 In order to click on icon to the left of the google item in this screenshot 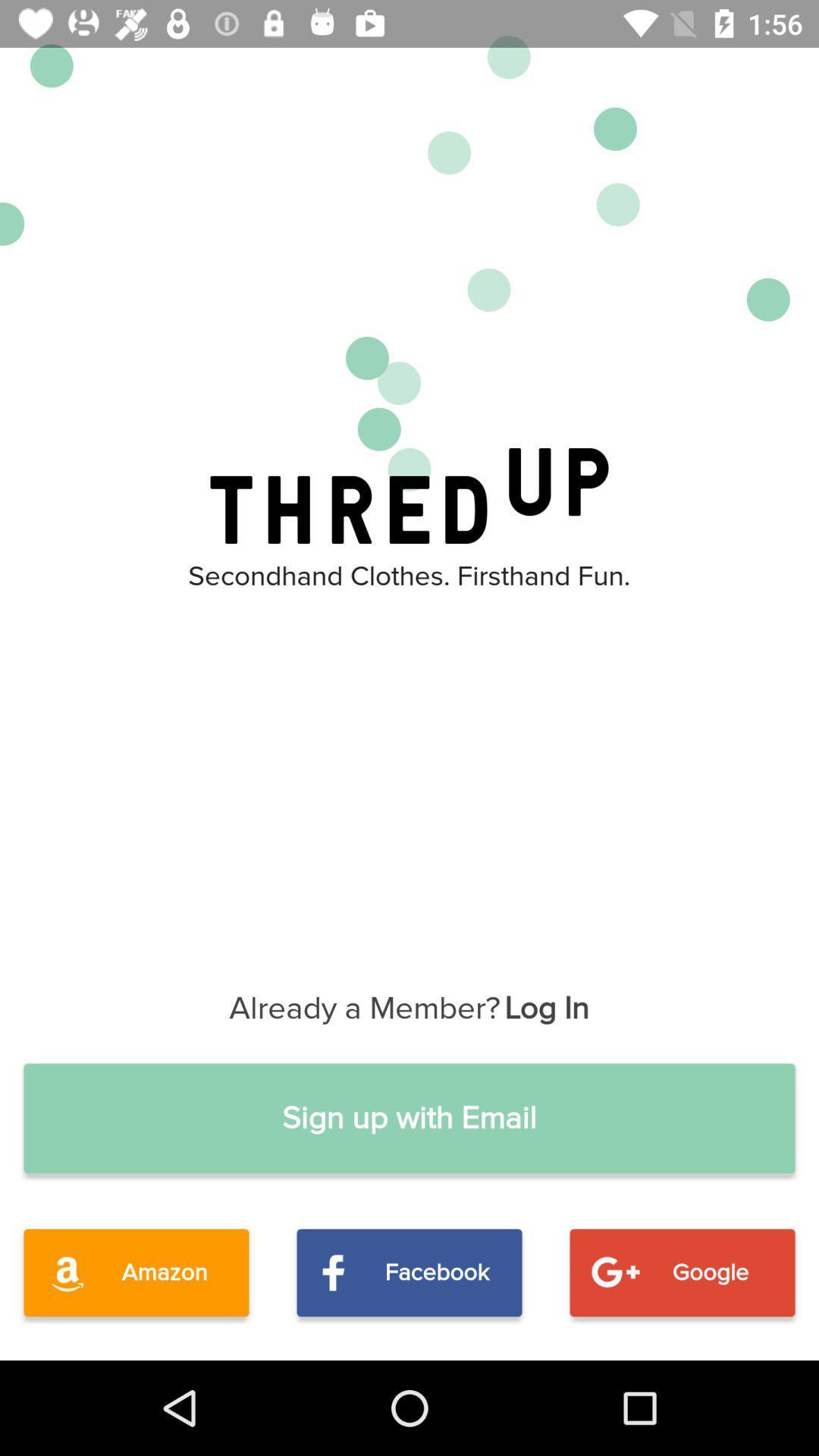, I will do `click(409, 1272)`.